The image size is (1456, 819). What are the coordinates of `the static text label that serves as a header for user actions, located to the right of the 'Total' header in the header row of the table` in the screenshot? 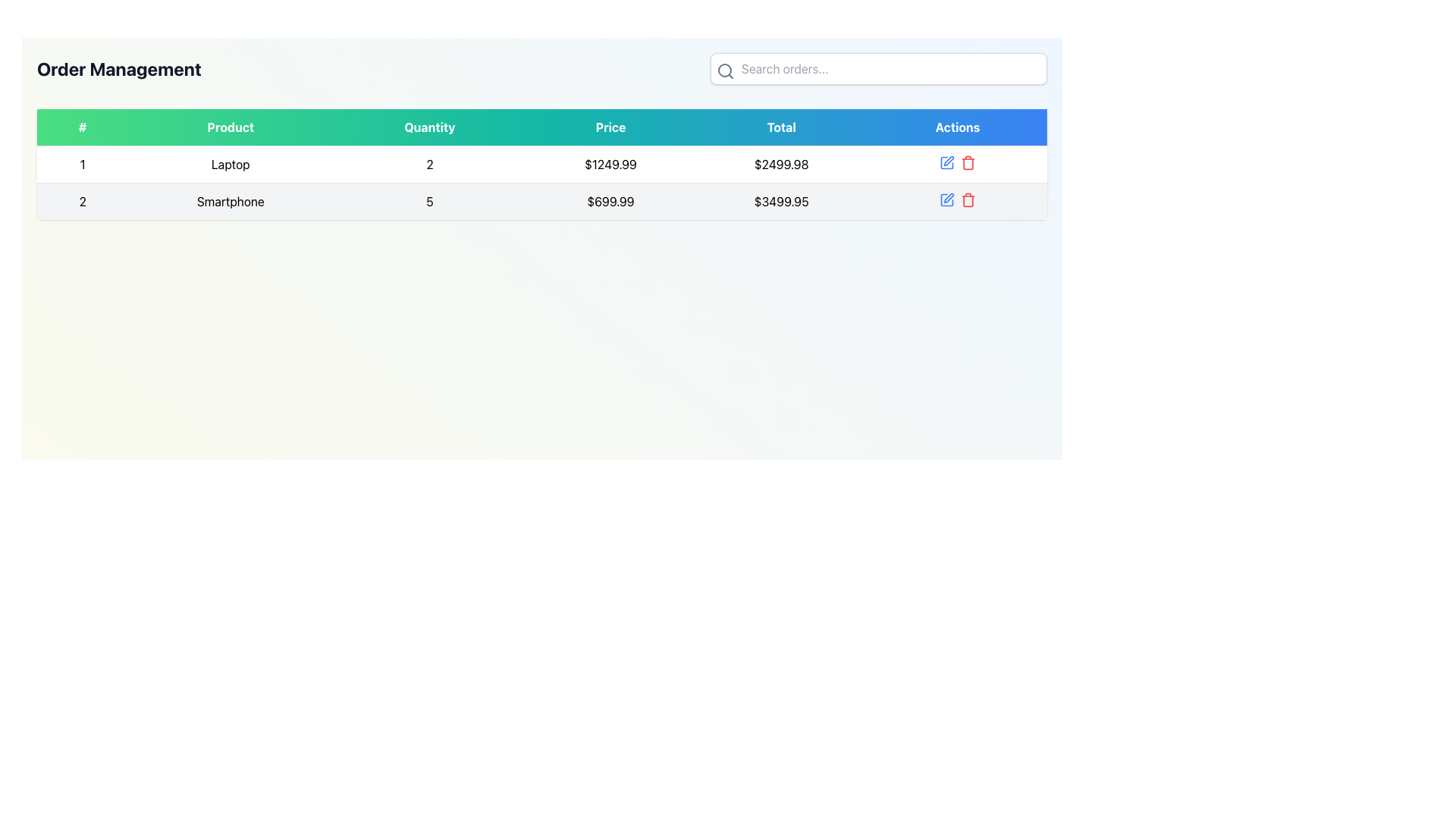 It's located at (957, 127).